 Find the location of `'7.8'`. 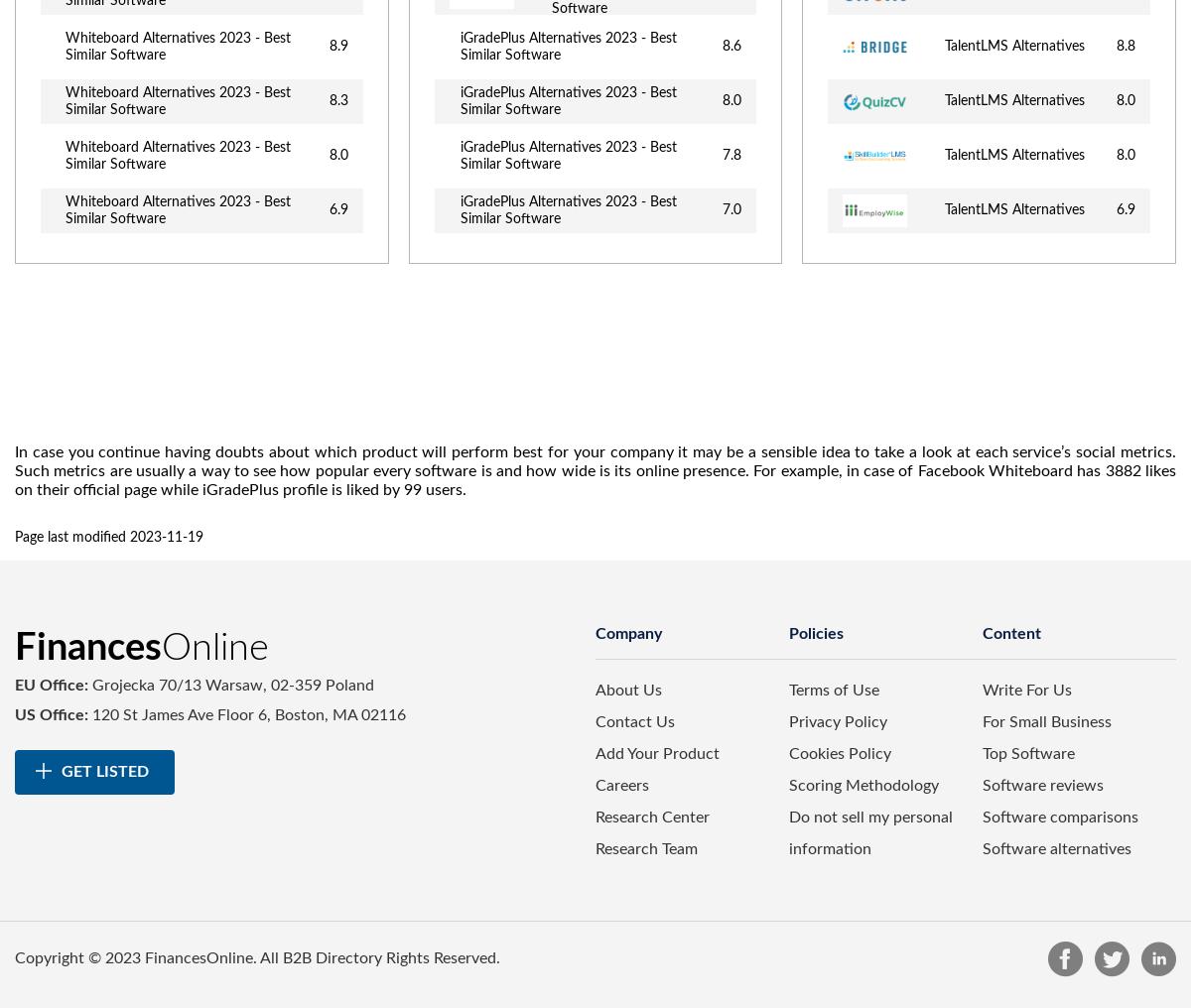

'7.8' is located at coordinates (731, 154).